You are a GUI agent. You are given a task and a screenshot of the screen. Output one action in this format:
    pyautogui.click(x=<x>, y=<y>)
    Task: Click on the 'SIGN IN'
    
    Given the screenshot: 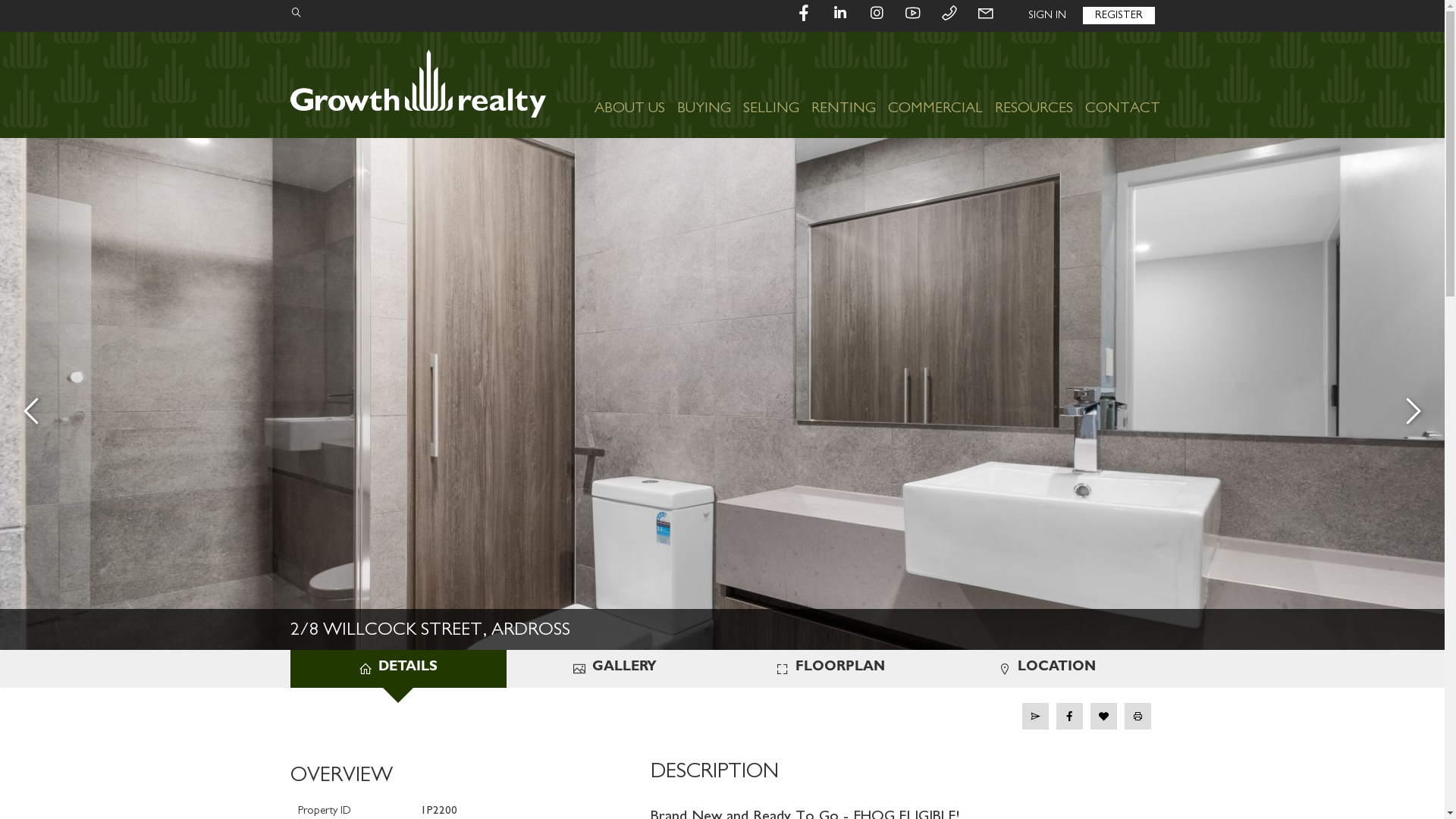 What is the action you would take?
    pyautogui.click(x=1046, y=15)
    